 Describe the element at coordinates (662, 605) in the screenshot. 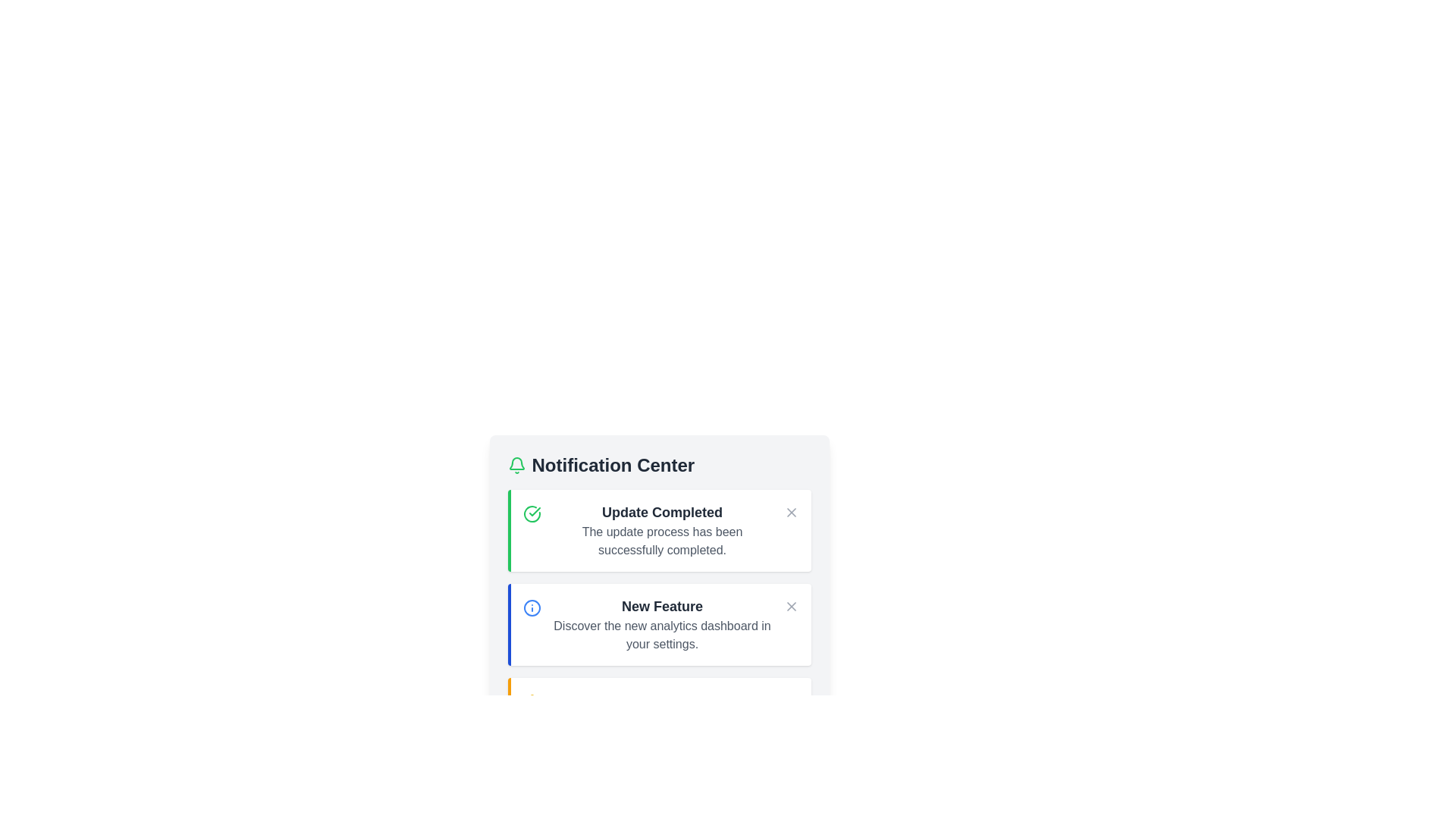

I see `the Text Label that serves as the title for the notification about a new feature, positioned at the top of the notification card following the header 'Update Completed'` at that location.